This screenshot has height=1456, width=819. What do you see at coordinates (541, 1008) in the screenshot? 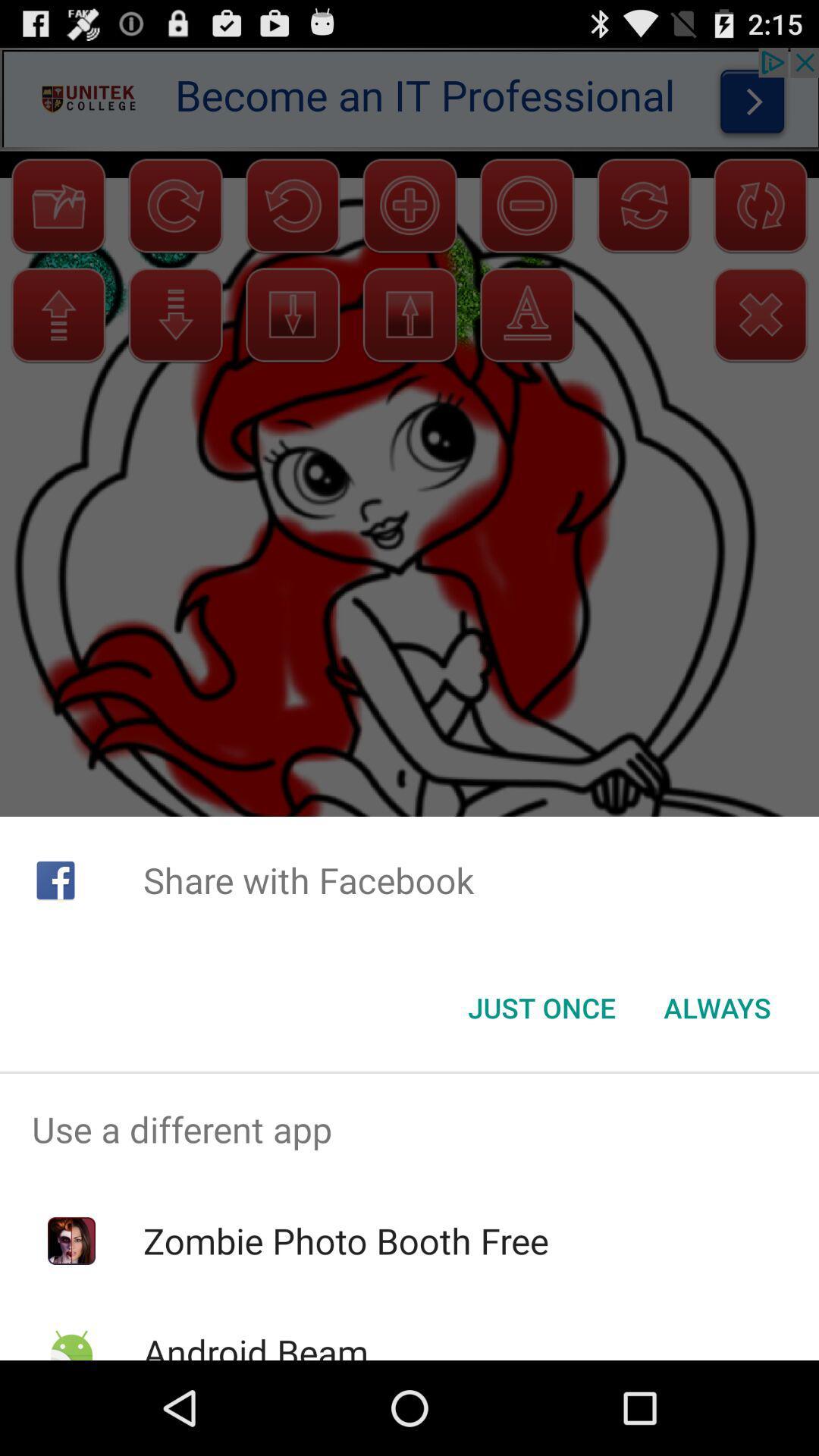
I see `the just once item` at bounding box center [541, 1008].